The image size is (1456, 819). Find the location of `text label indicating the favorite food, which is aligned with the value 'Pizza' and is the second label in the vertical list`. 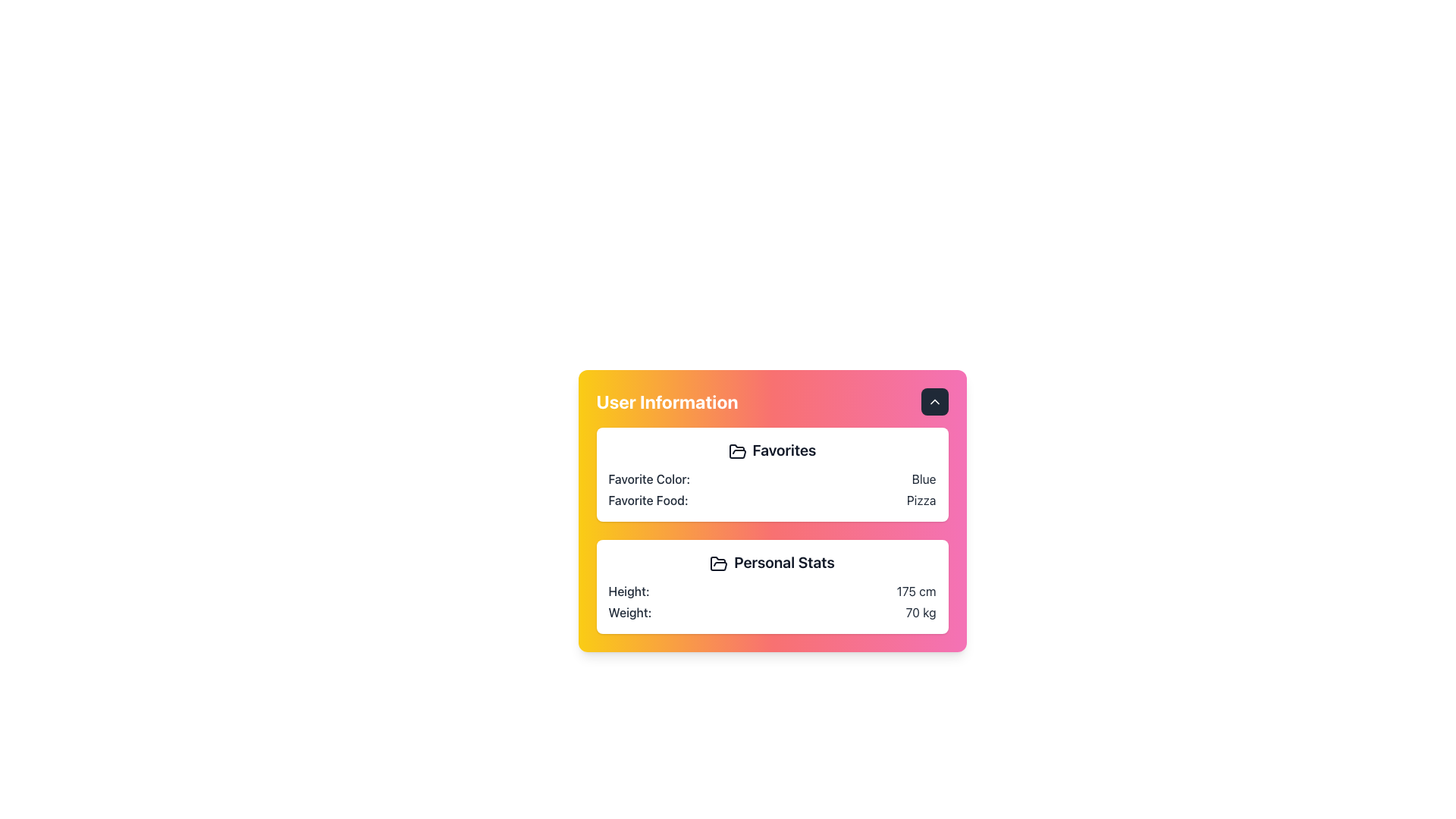

text label indicating the favorite food, which is aligned with the value 'Pizza' and is the second label in the vertical list is located at coordinates (648, 500).